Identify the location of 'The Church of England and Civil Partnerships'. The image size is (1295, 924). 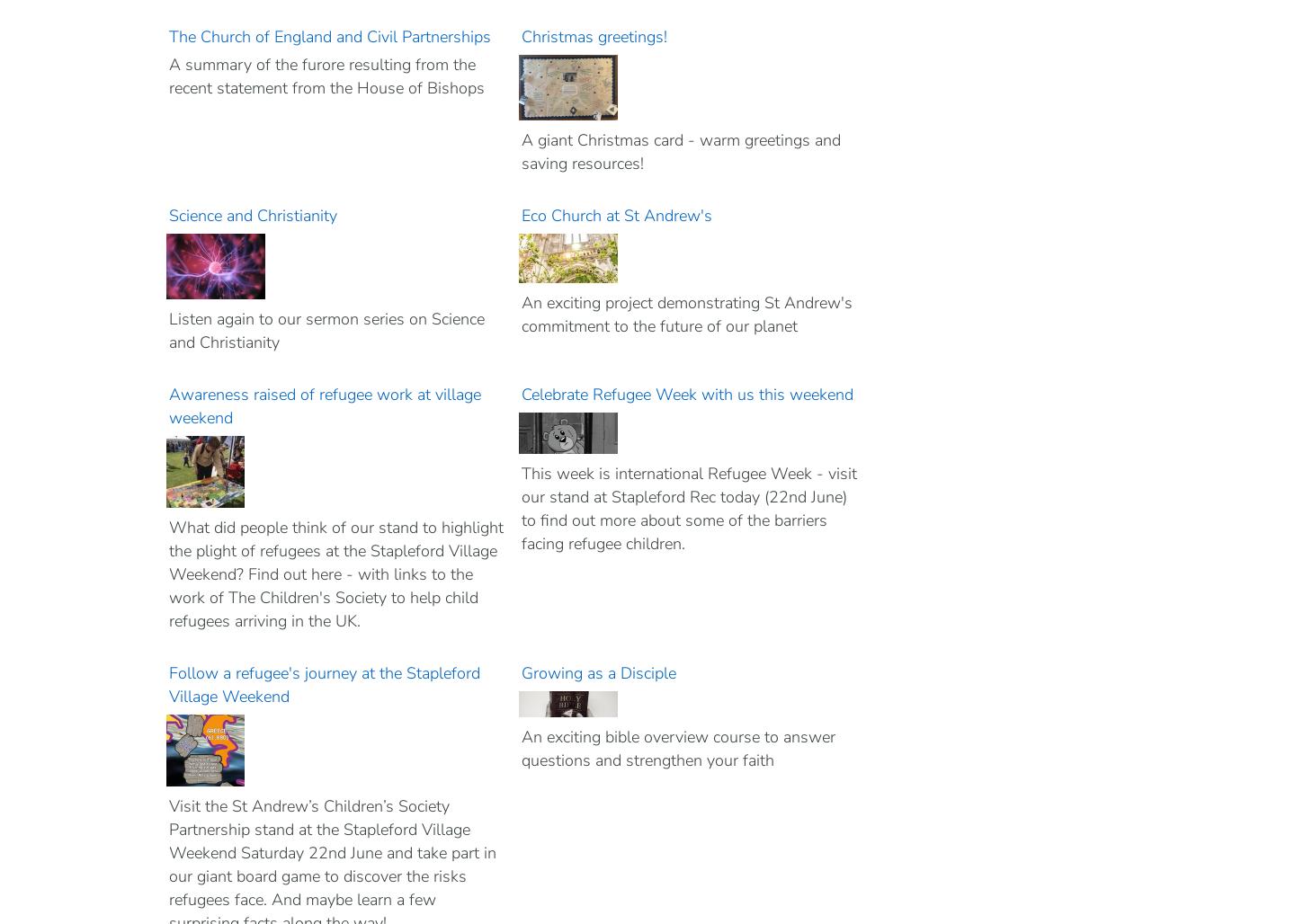
(329, 37).